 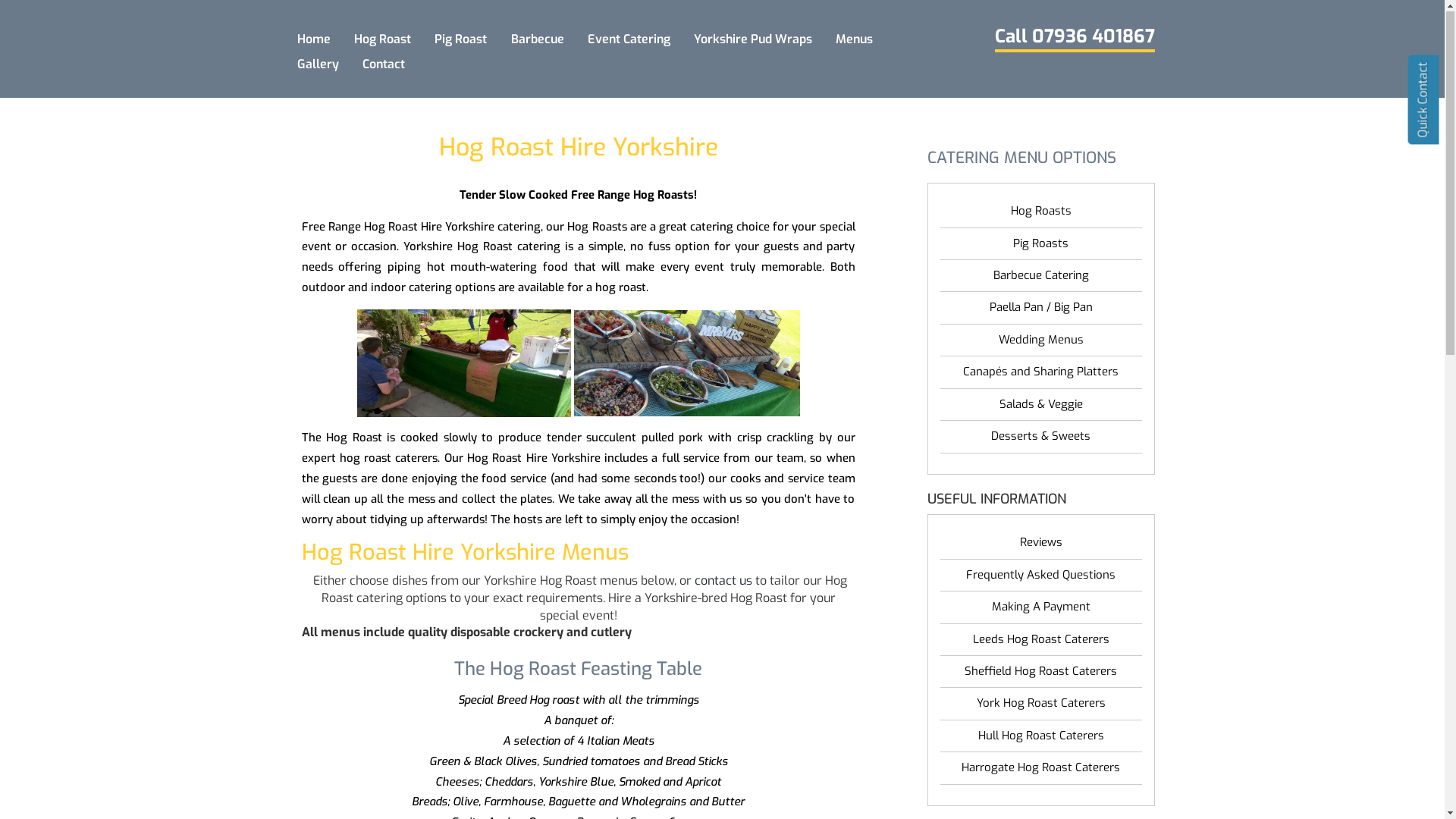 I want to click on 'Wedding Menus', so click(x=1040, y=340).